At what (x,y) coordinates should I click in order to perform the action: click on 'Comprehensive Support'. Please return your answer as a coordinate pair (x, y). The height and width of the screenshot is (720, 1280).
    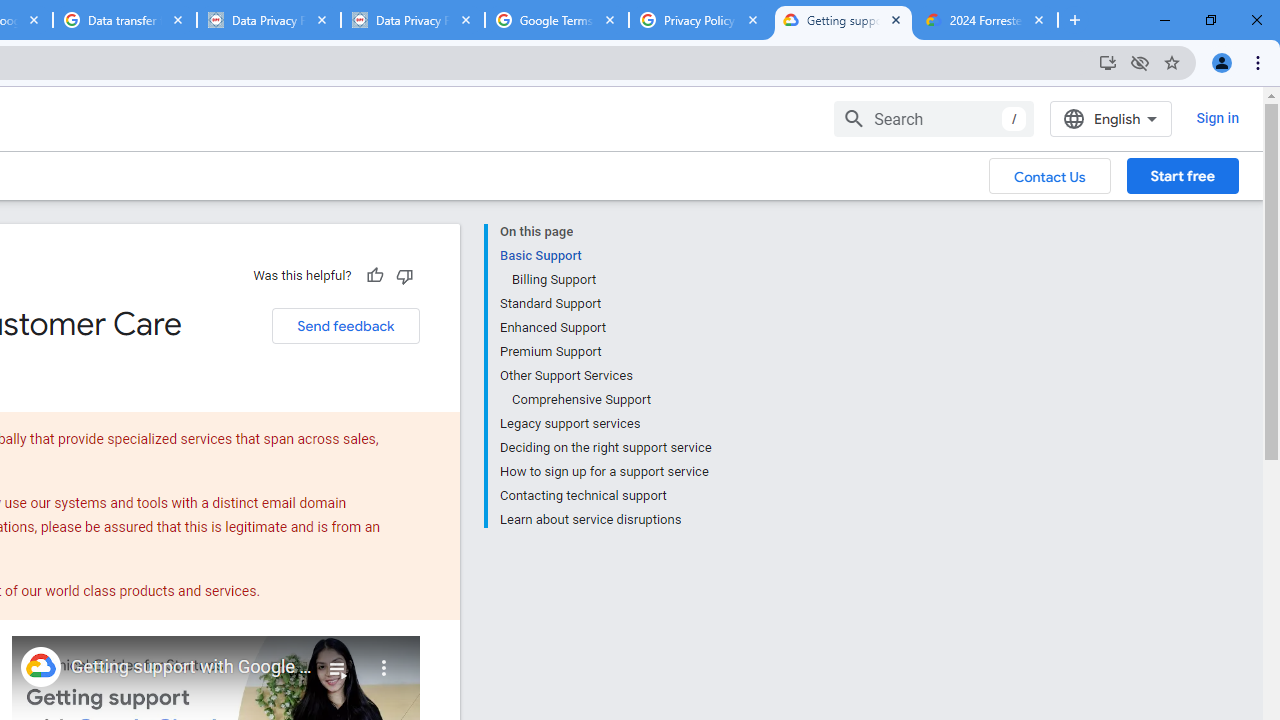
    Looking at the image, I should click on (610, 399).